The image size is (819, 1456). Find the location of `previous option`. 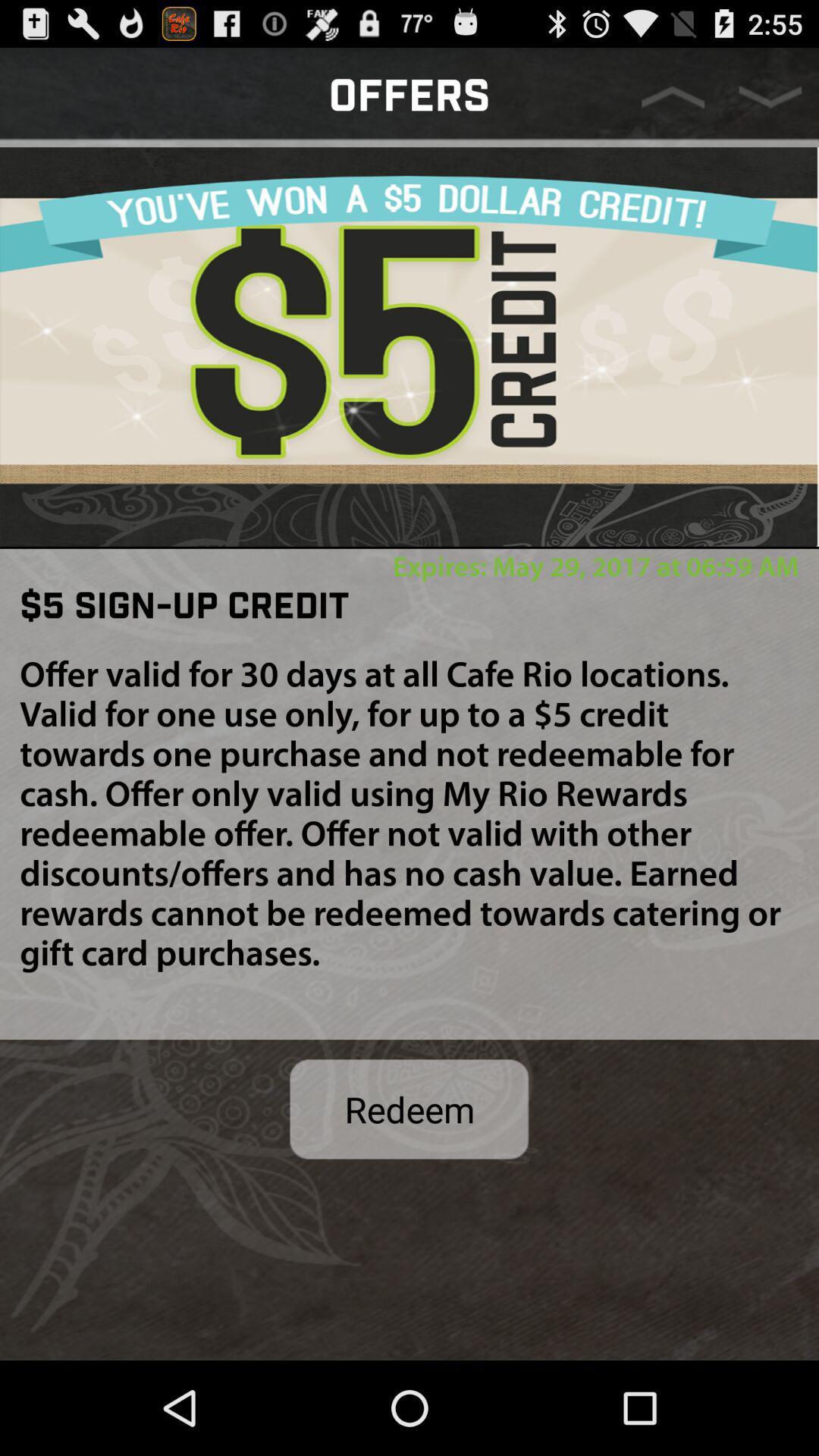

previous option is located at coordinates (672, 96).